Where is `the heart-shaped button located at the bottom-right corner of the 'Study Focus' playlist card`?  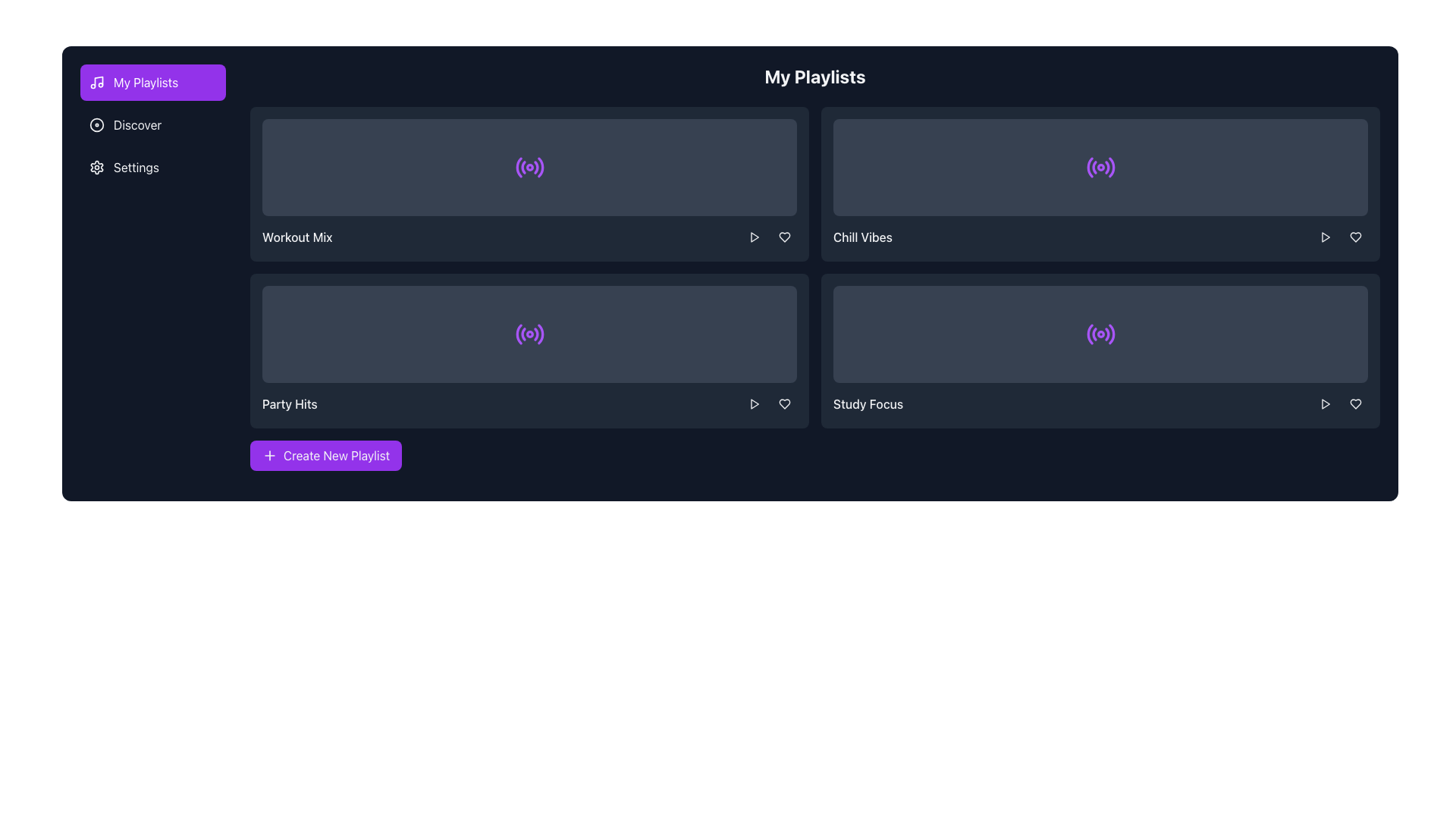 the heart-shaped button located at the bottom-right corner of the 'Study Focus' playlist card is located at coordinates (1356, 403).